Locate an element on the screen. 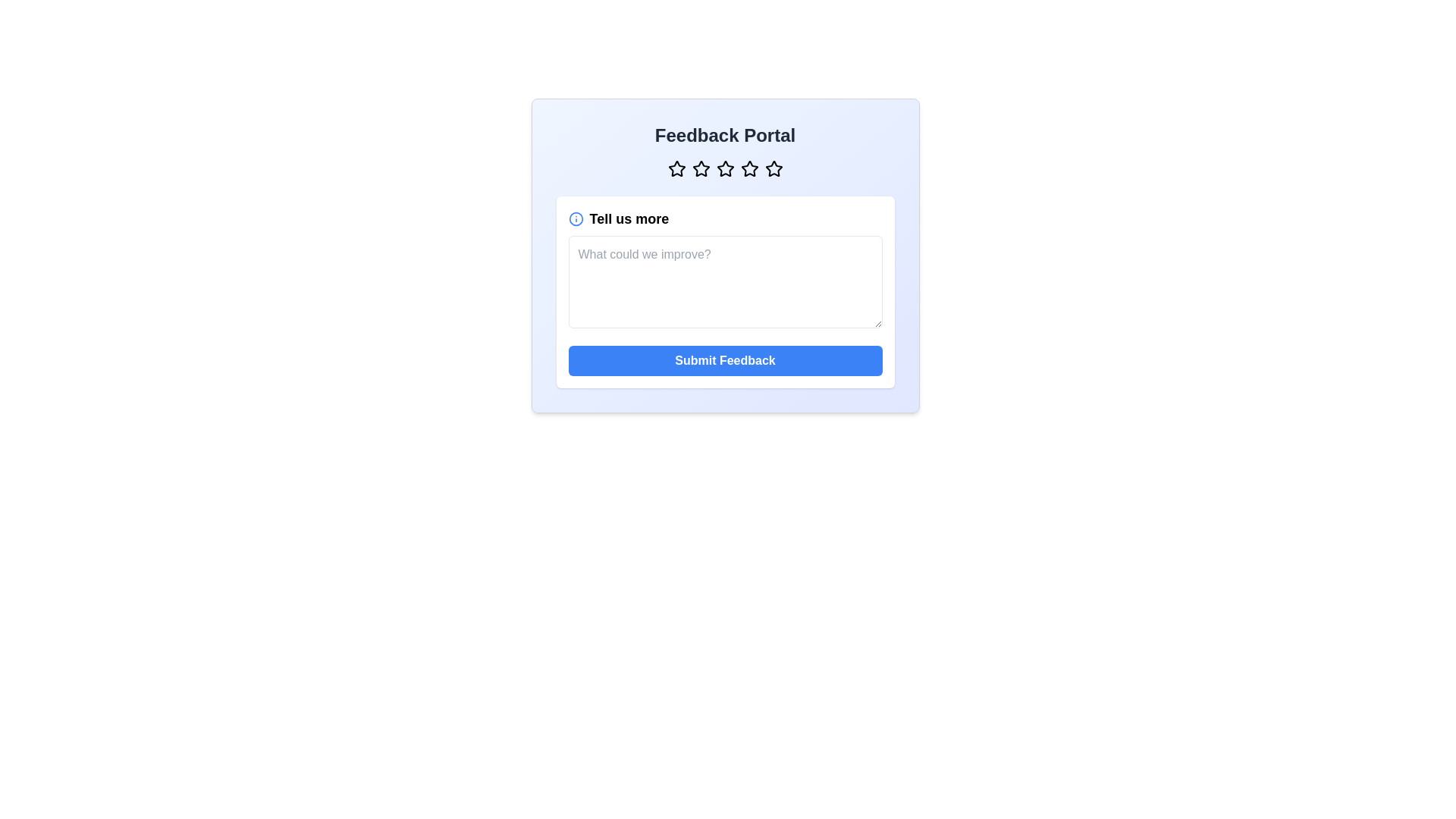 The width and height of the screenshot is (1456, 819). the circular shape within the blue and white information icon, which is located at the top-left corner of the feedback input area under the 'Tell us more' label is located at coordinates (575, 219).